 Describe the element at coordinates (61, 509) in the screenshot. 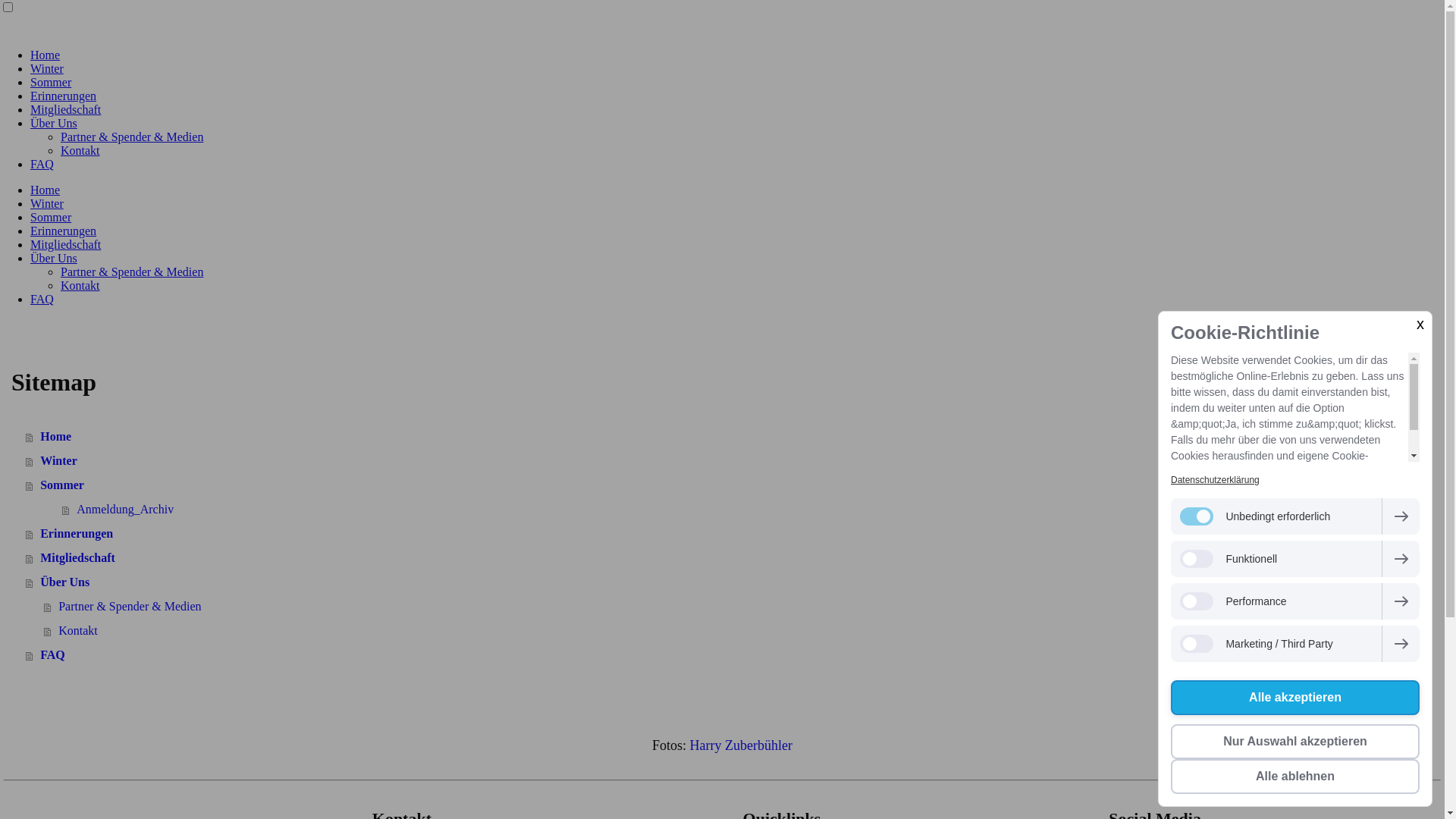

I see `'Anmeldung_Archiv'` at that location.